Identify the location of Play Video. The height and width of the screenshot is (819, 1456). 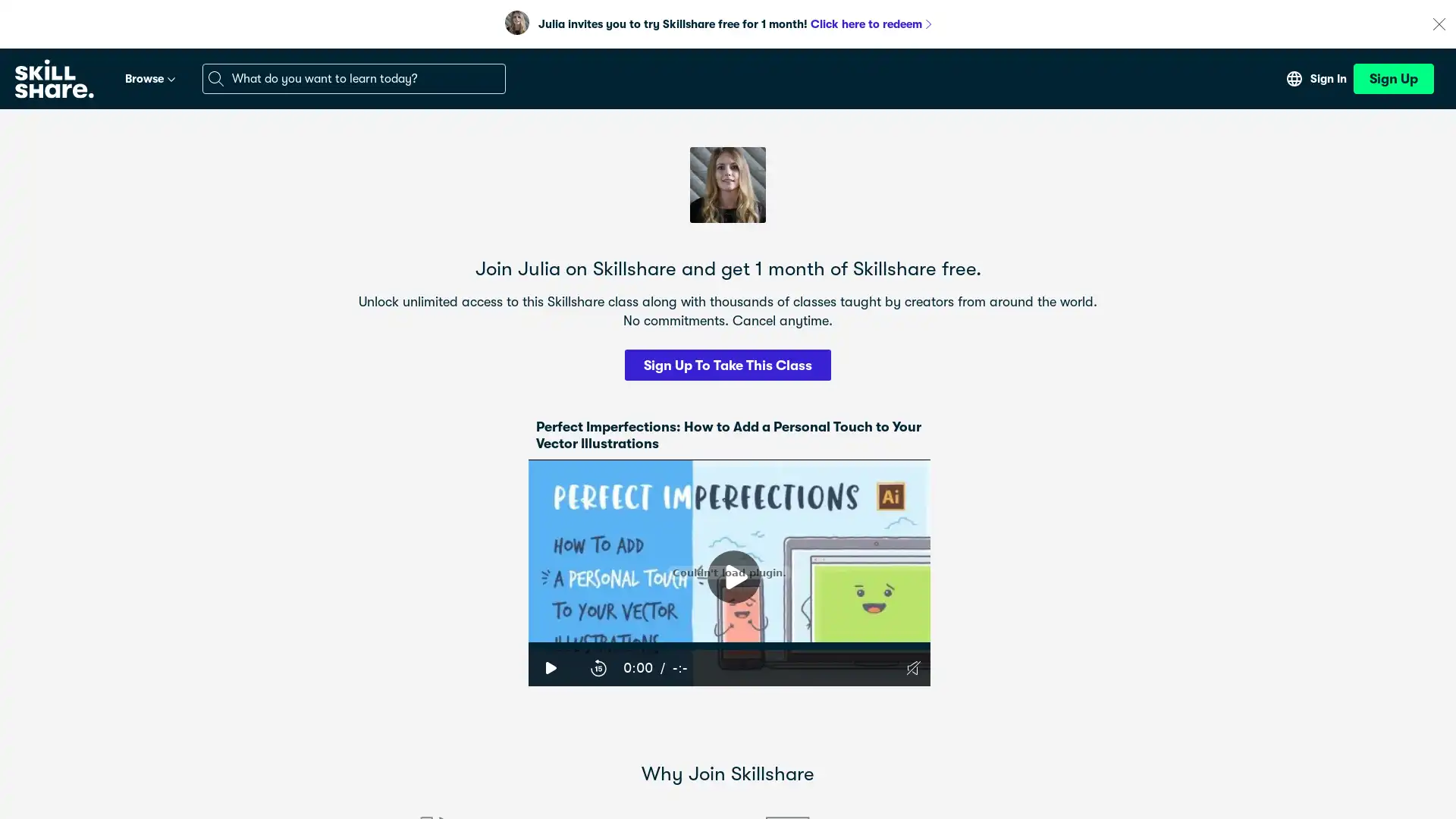
(734, 576).